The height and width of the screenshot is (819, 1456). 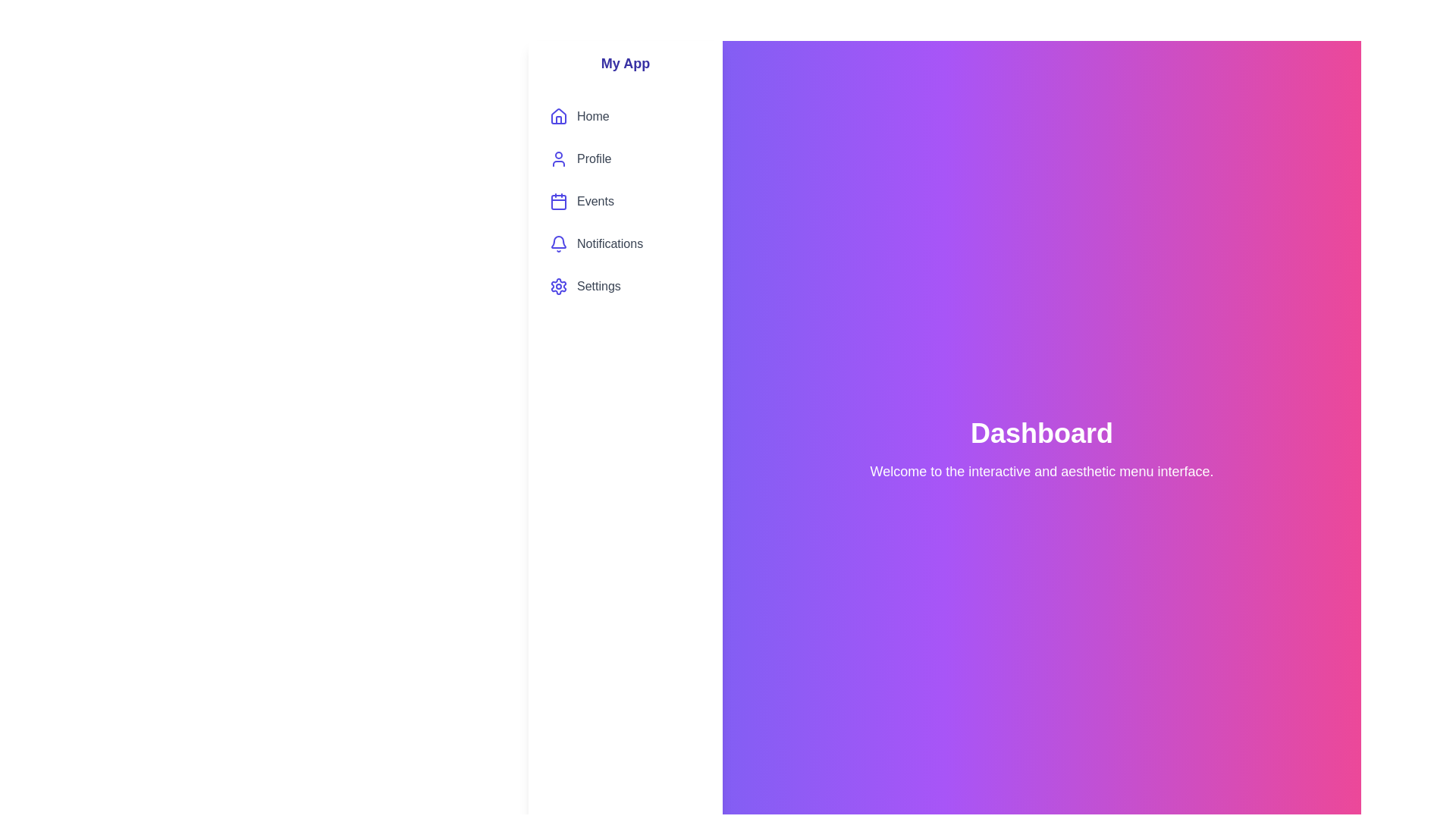 I want to click on the menu item labeled Settings to navigate to the corresponding section, so click(x=626, y=287).